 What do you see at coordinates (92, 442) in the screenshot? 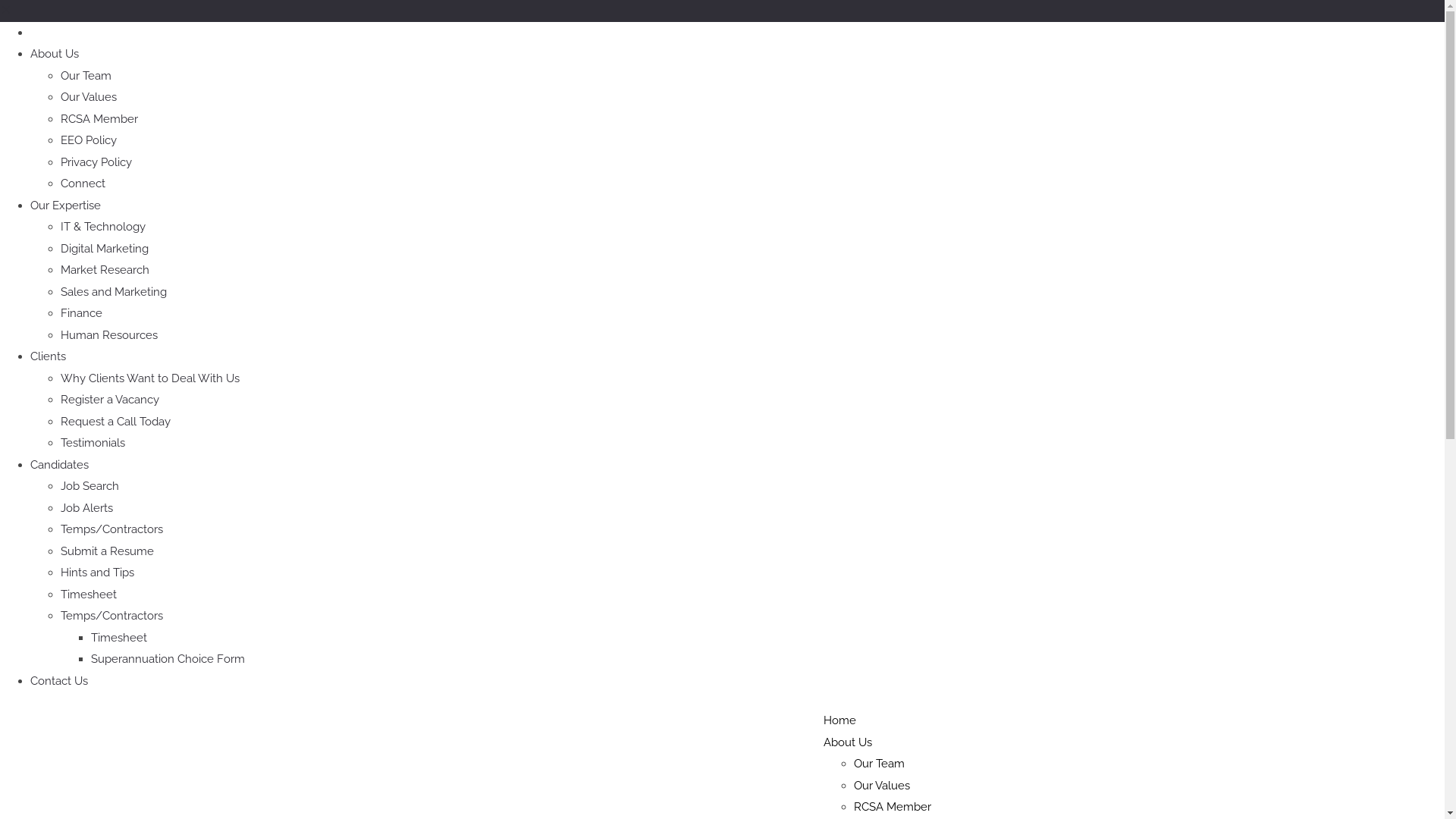
I see `'Testimonials'` at bounding box center [92, 442].